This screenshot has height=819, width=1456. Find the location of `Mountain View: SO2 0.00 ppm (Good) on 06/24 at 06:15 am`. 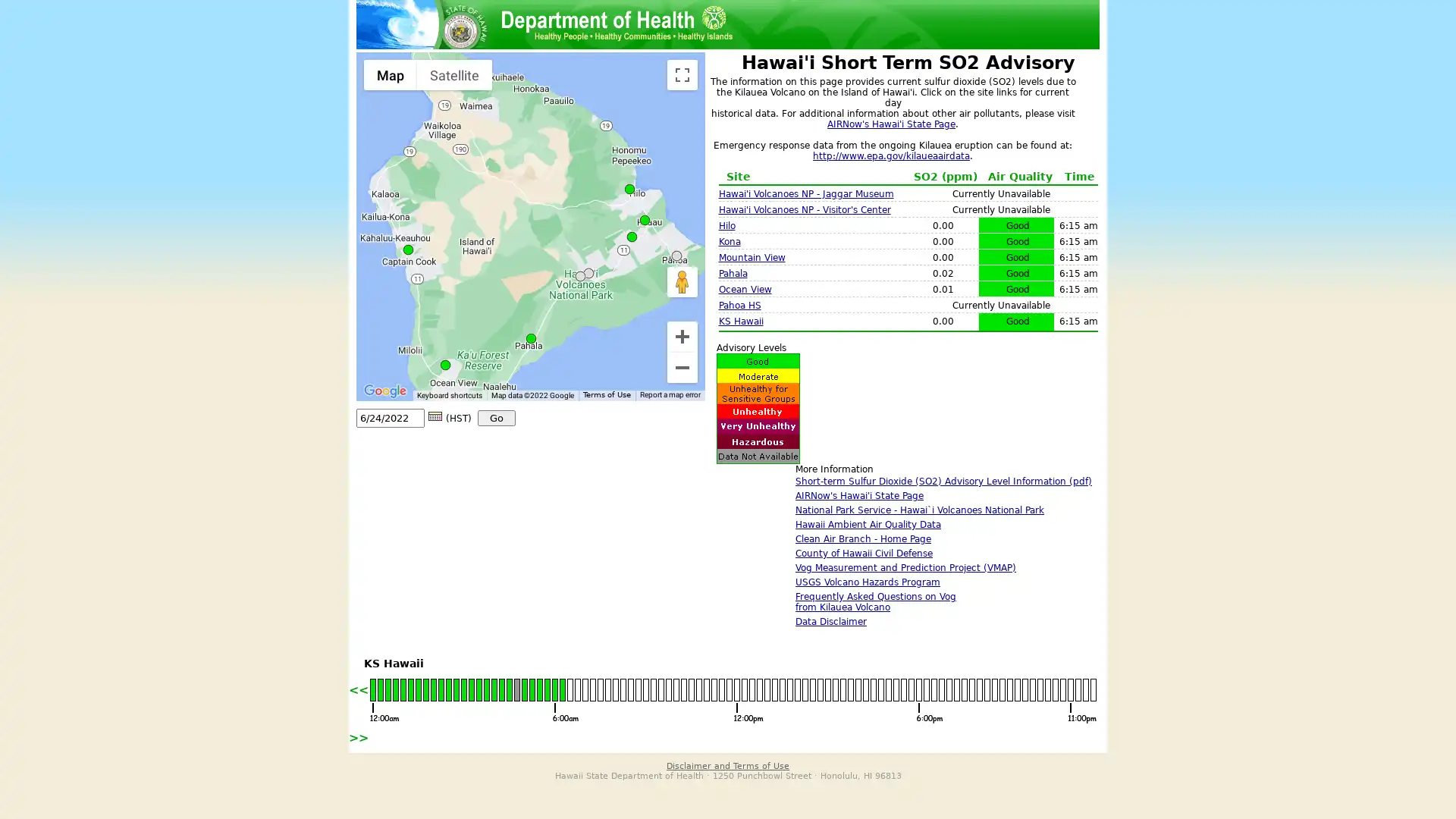

Mountain View: SO2 0.00 ppm (Good) on 06/24 at 06:15 am is located at coordinates (632, 237).